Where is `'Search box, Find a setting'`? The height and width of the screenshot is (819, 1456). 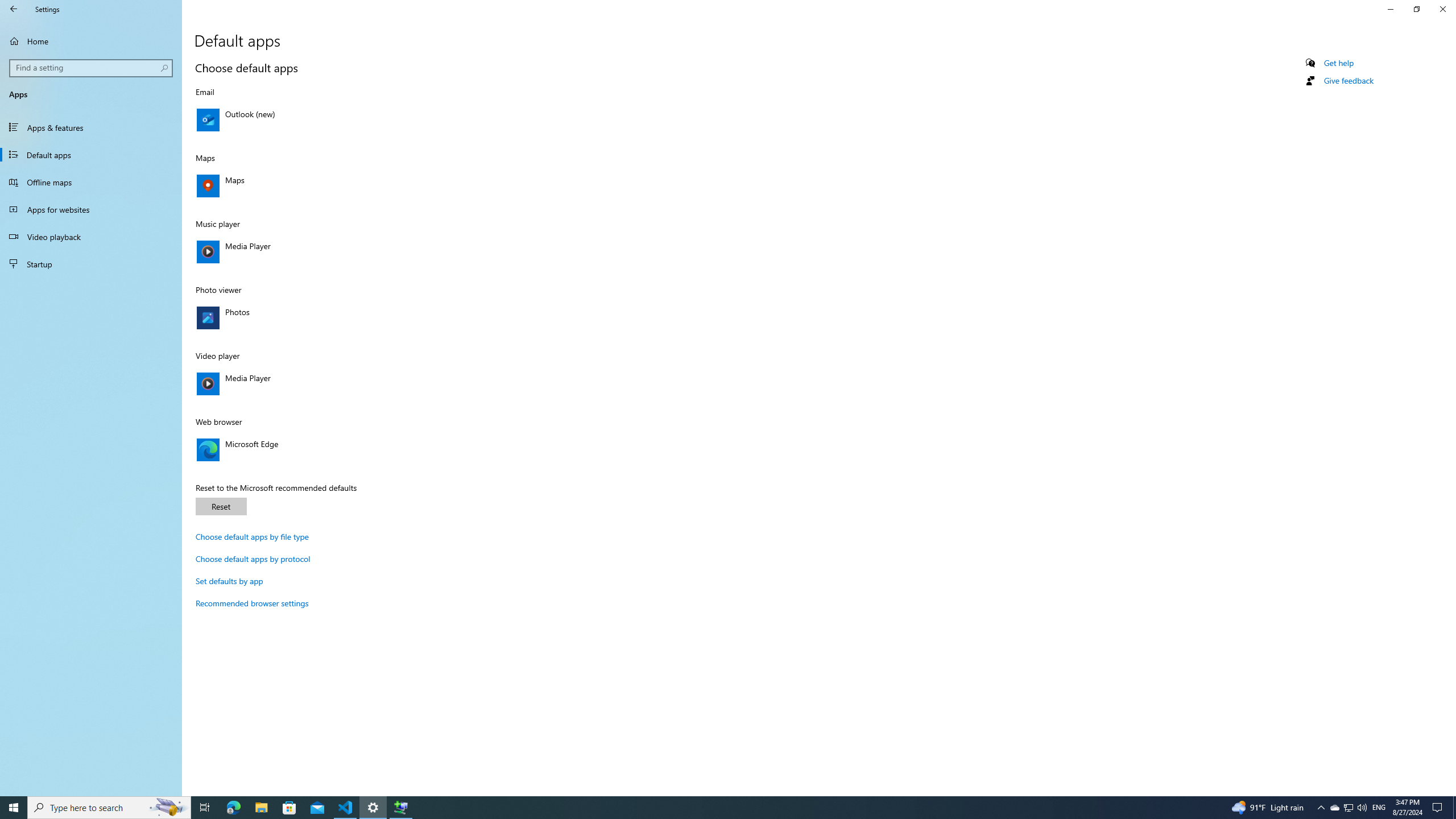
'Search box, Find a setting' is located at coordinates (91, 67).